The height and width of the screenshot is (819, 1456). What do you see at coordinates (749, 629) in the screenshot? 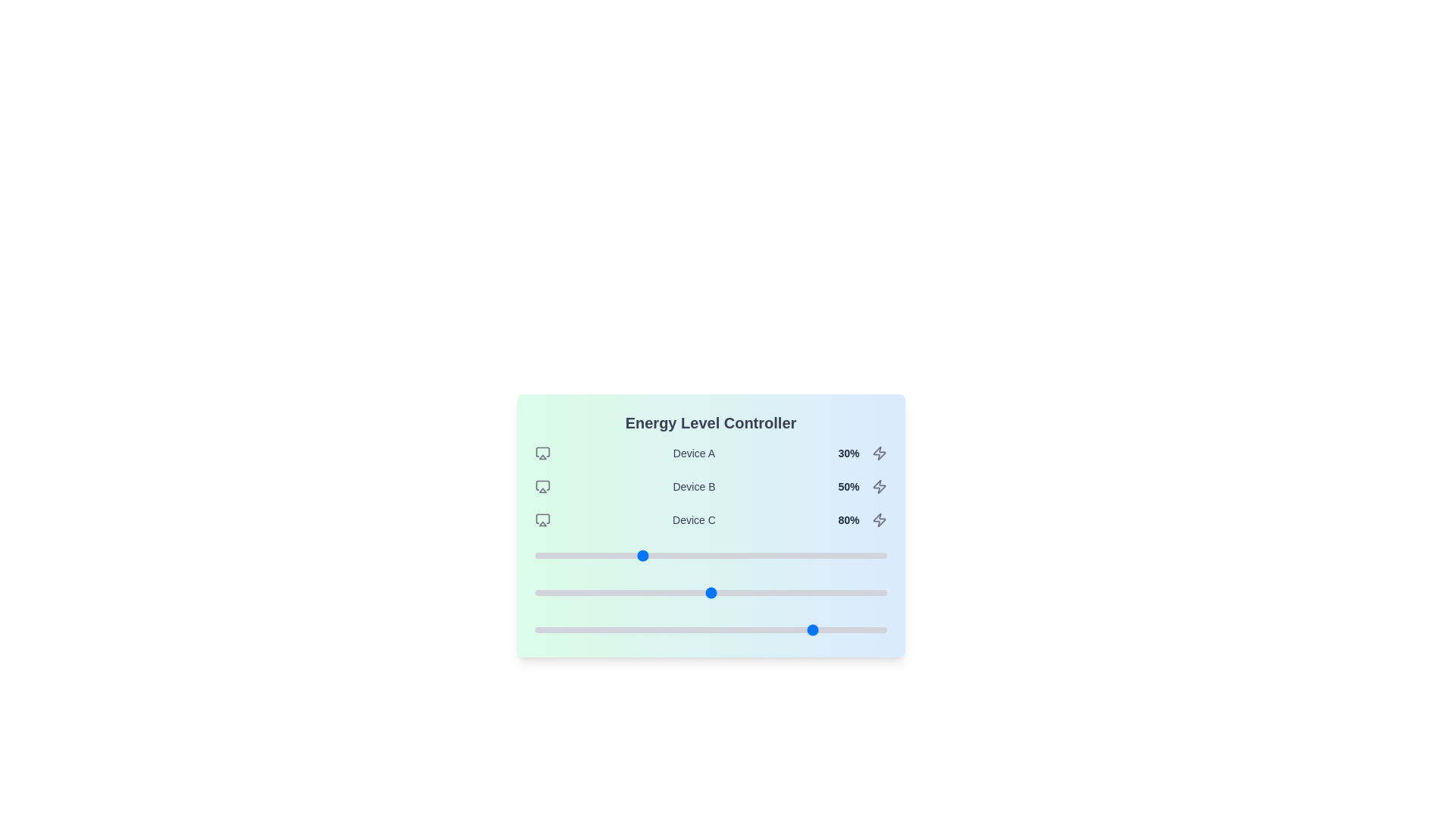
I see `the slider for Device C to set the energy level to 61%` at bounding box center [749, 629].